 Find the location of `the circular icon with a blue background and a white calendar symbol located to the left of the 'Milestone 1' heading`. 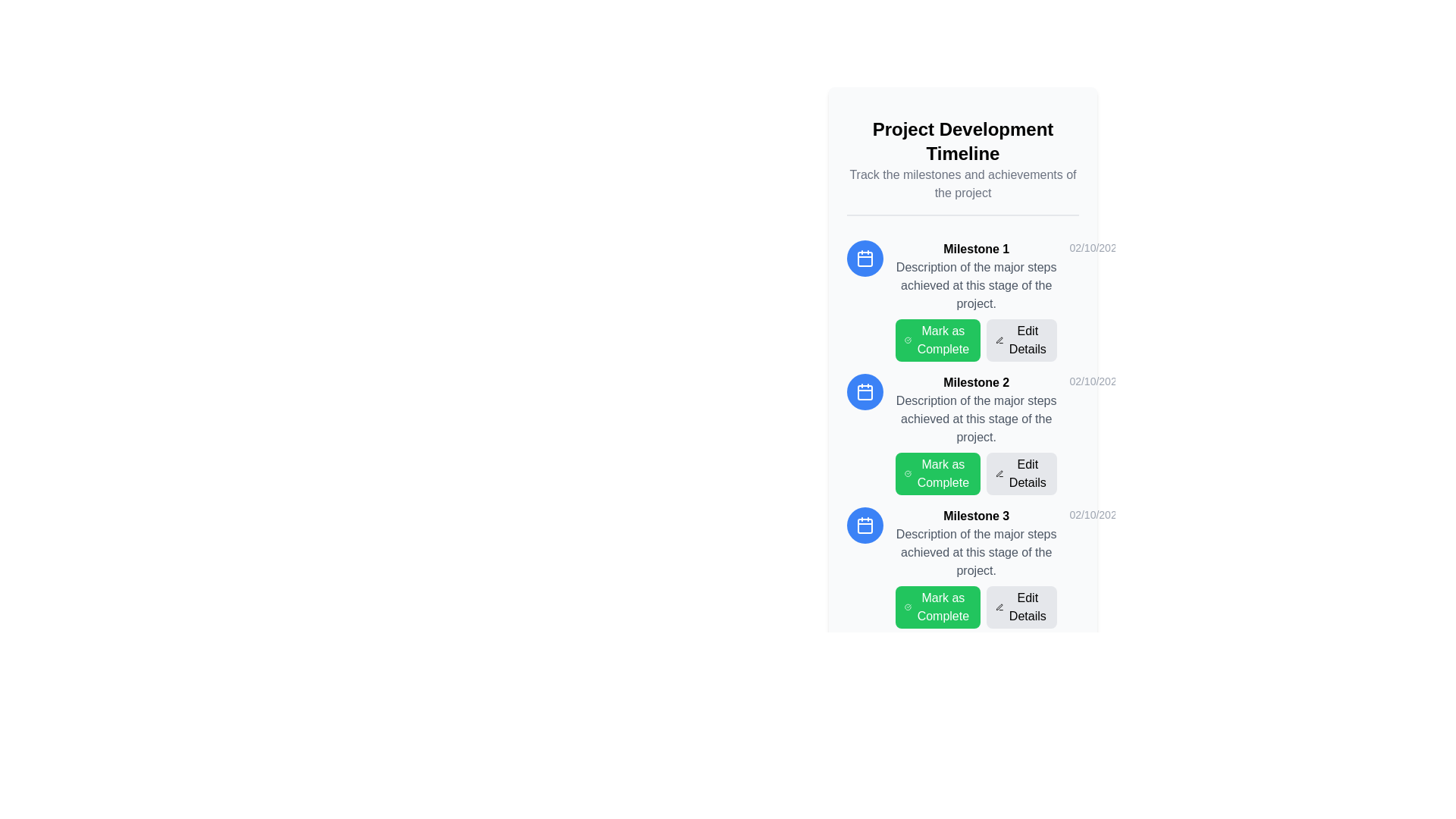

the circular icon with a blue background and a white calendar symbol located to the left of the 'Milestone 1' heading is located at coordinates (865, 257).